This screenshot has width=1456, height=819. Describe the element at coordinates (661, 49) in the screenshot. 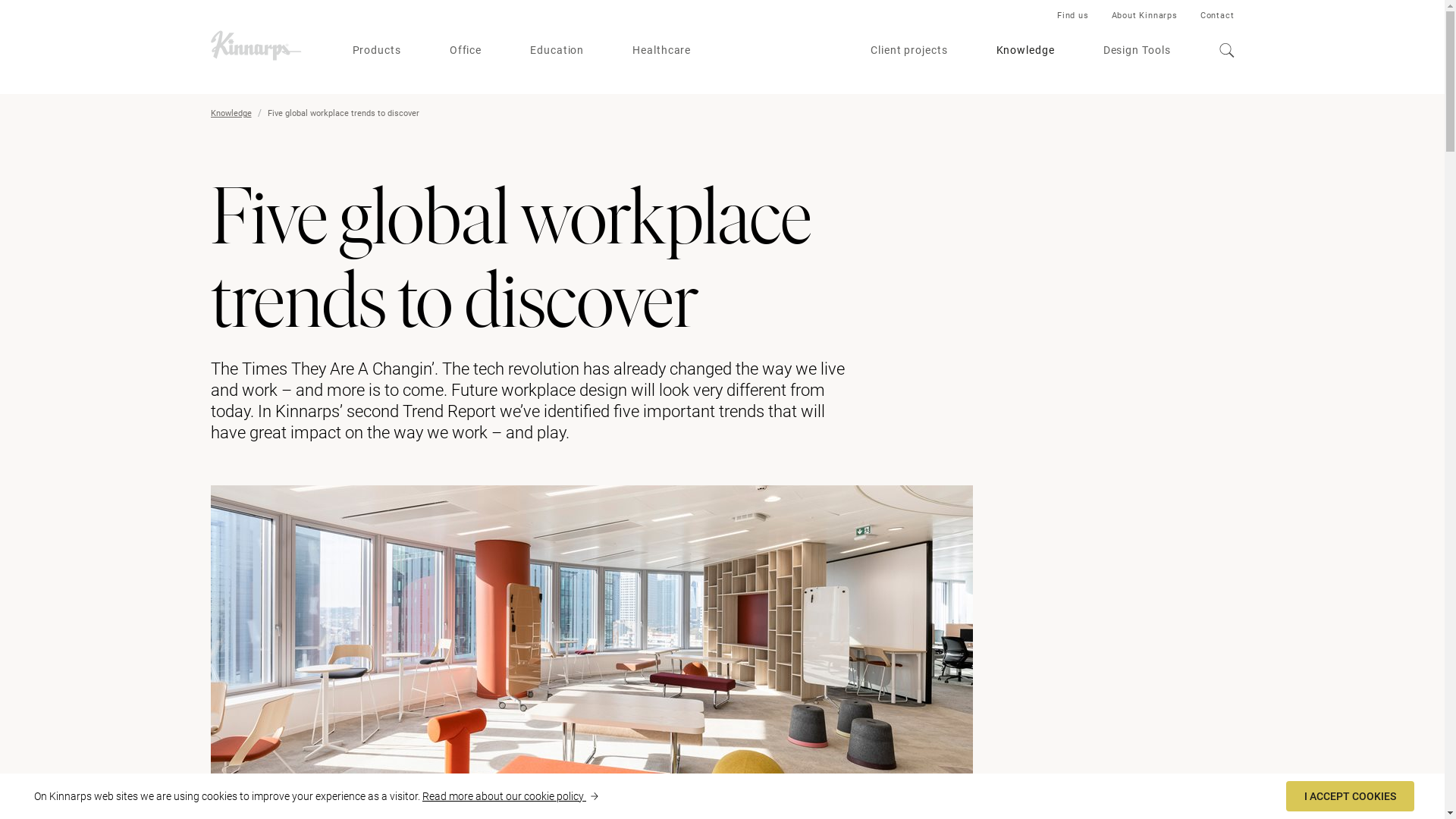

I see `'Healthcare'` at that location.